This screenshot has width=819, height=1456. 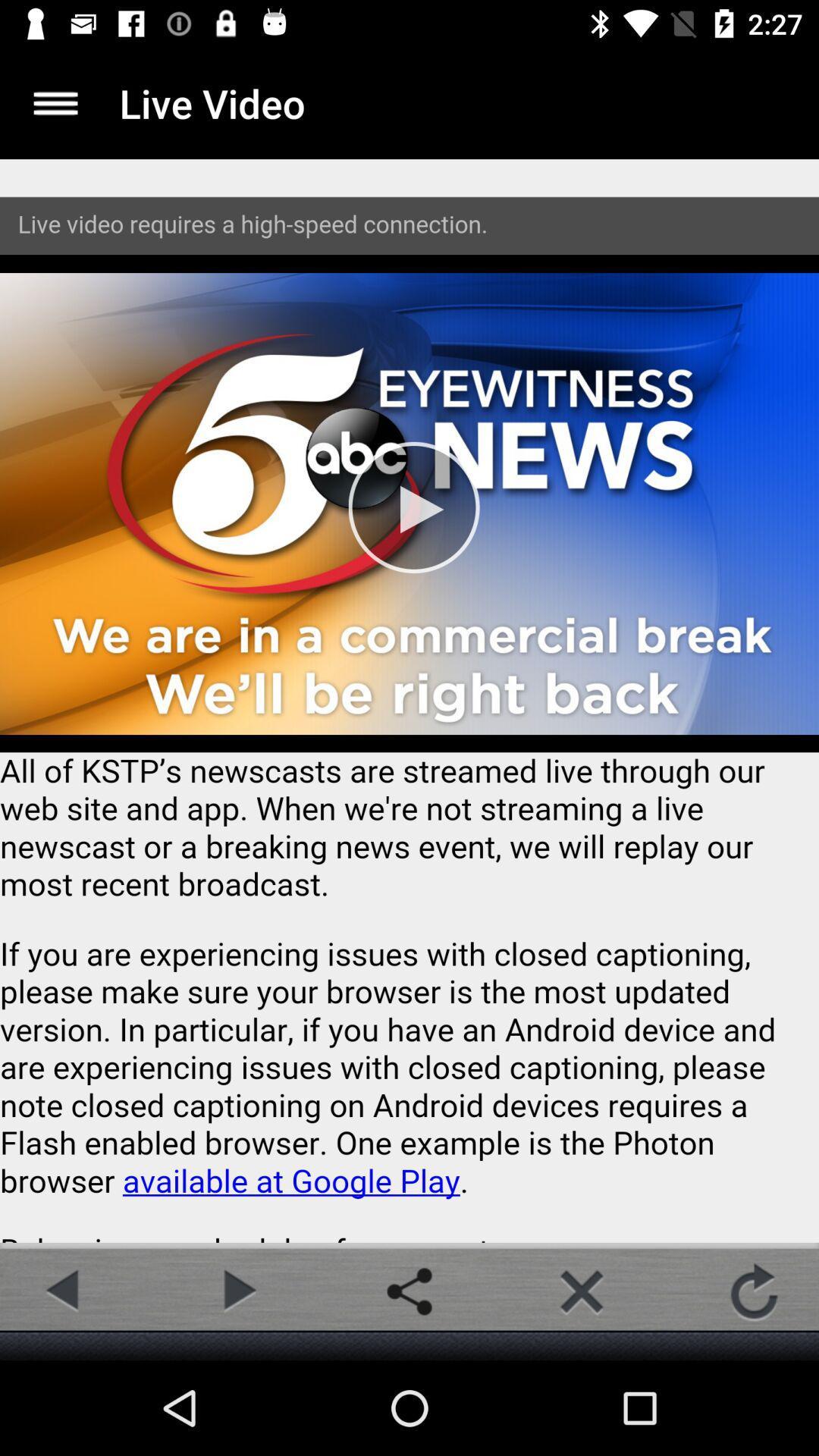 I want to click on the arrow_backward icon, so click(x=64, y=1291).